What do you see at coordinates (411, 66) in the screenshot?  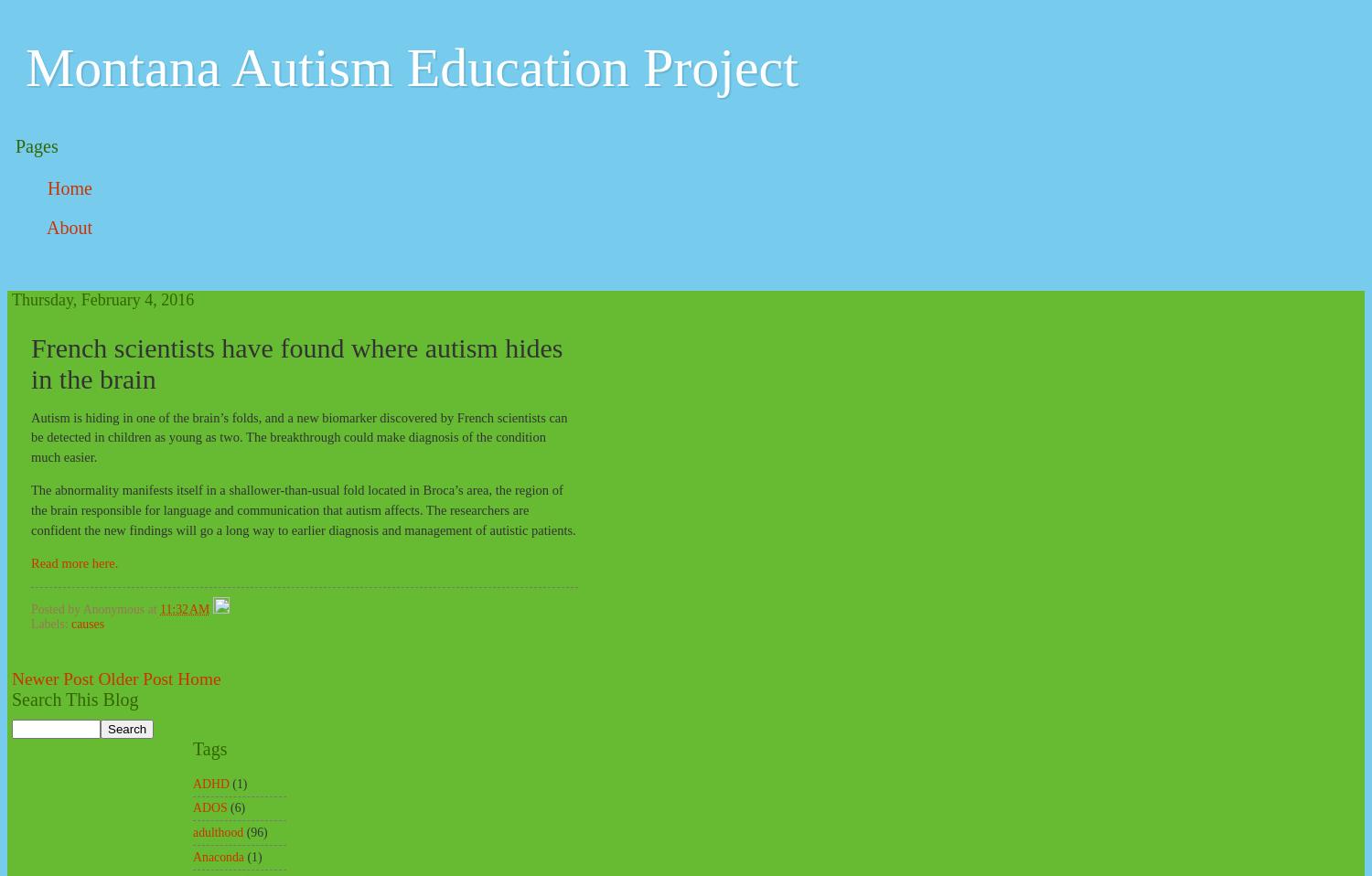 I see `'Montana Autism Education Project'` at bounding box center [411, 66].